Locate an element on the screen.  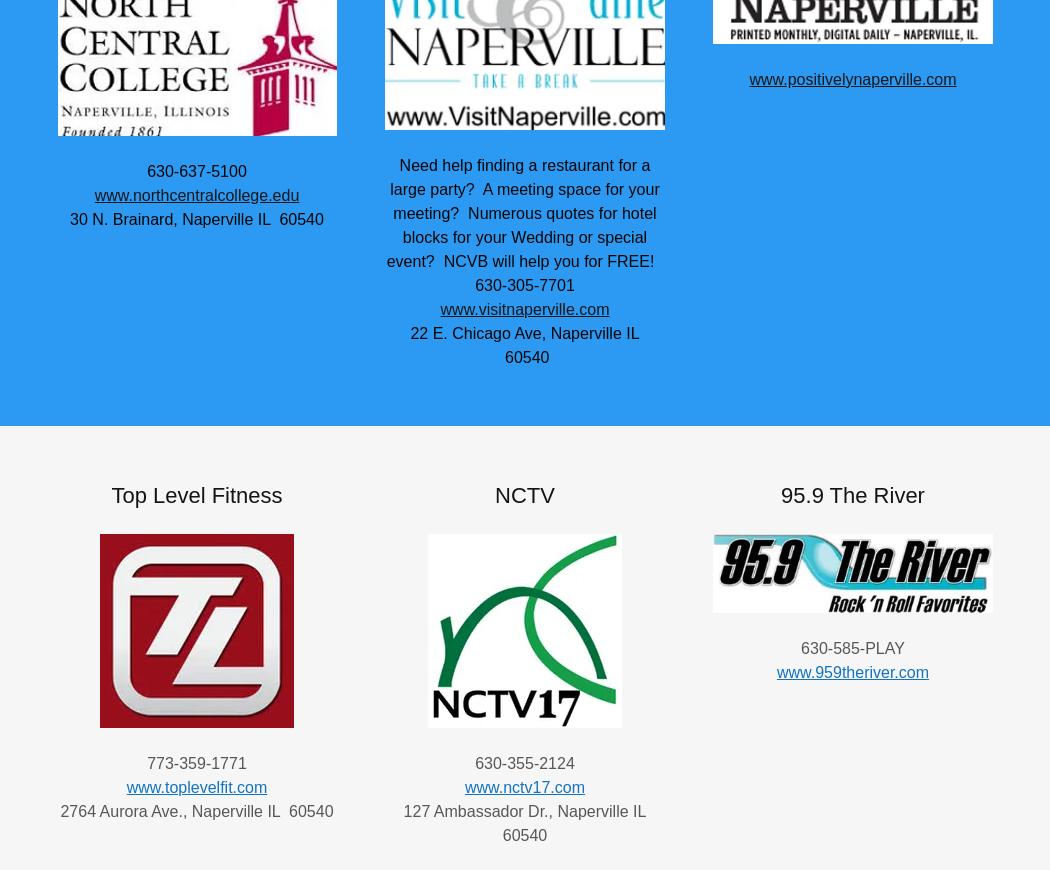
'2764 Aurora Ave., Naperville IL  60540' is located at coordinates (195, 810).